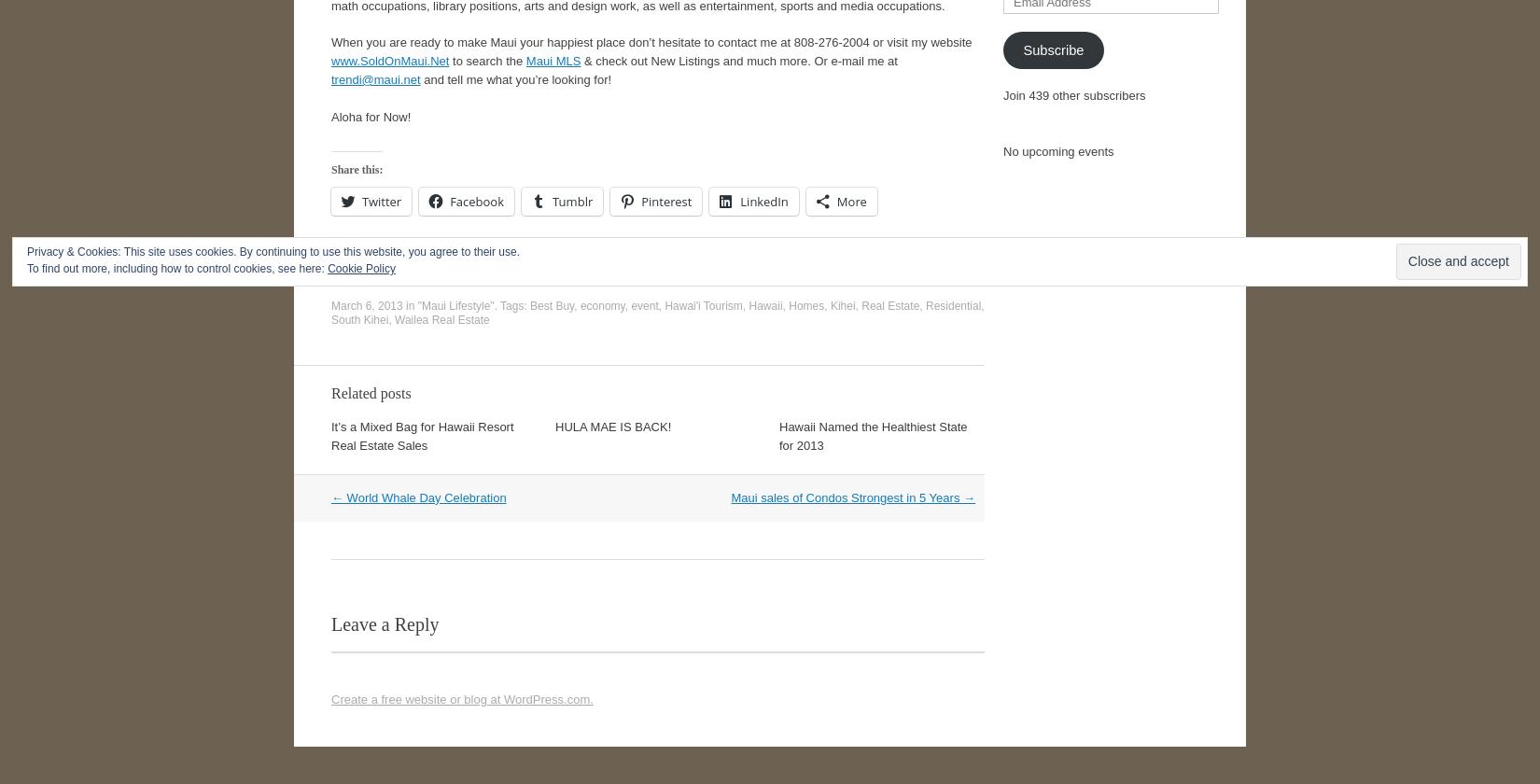  What do you see at coordinates (953, 305) in the screenshot?
I see `'Residential'` at bounding box center [953, 305].